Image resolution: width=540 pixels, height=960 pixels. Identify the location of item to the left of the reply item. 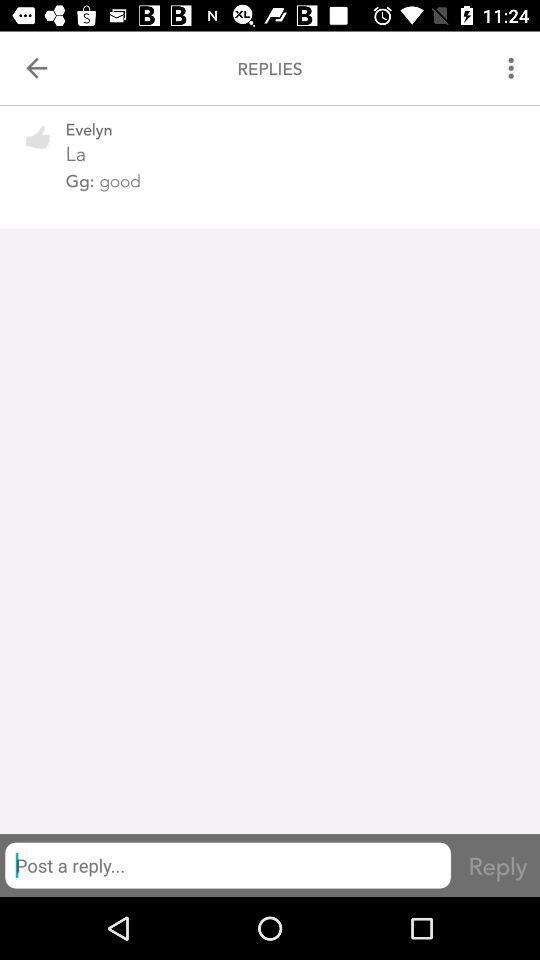
(226, 864).